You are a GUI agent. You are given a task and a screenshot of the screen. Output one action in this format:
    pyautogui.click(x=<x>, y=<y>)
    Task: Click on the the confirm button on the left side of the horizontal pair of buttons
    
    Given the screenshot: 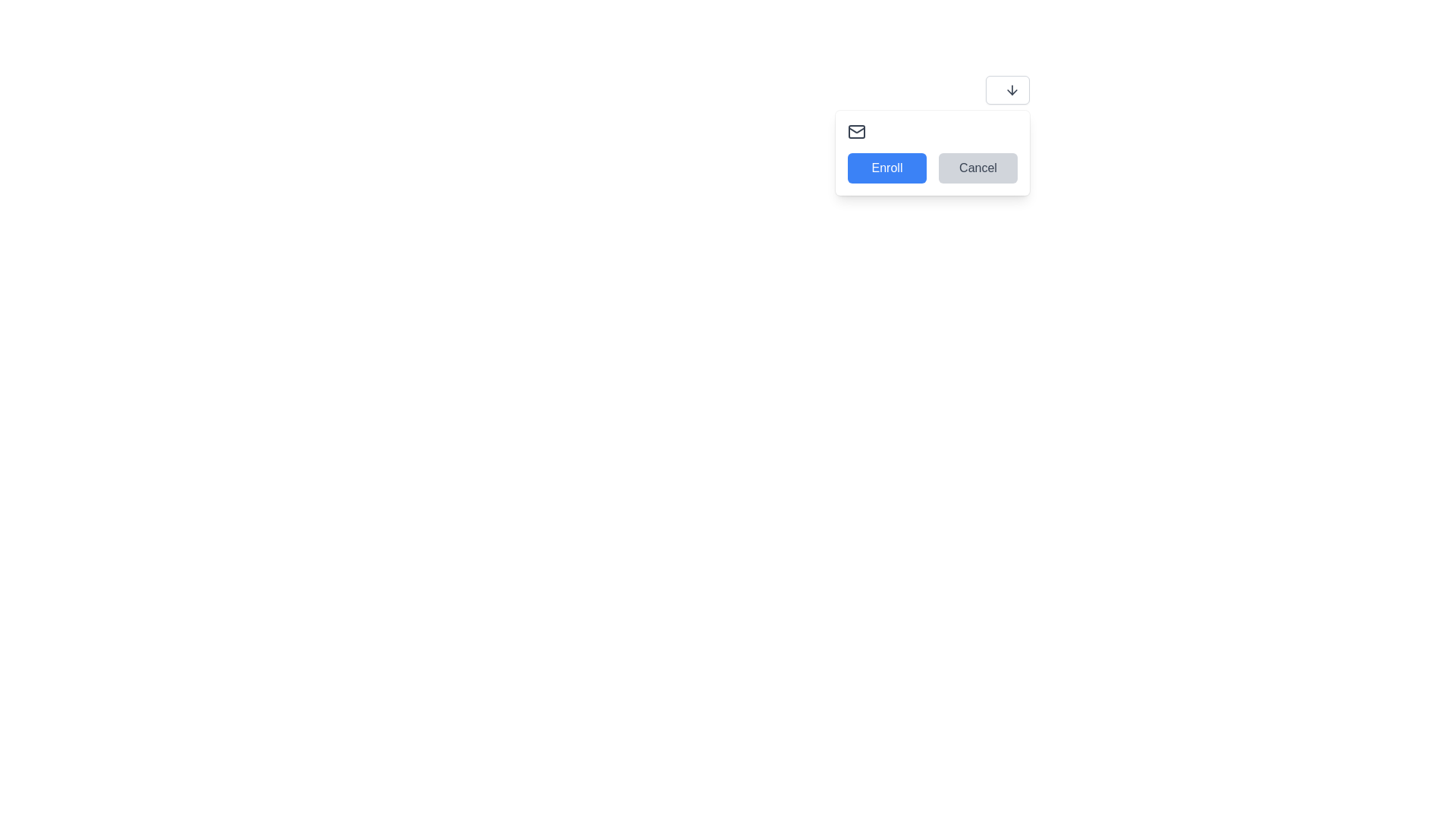 What is the action you would take?
    pyautogui.click(x=887, y=168)
    